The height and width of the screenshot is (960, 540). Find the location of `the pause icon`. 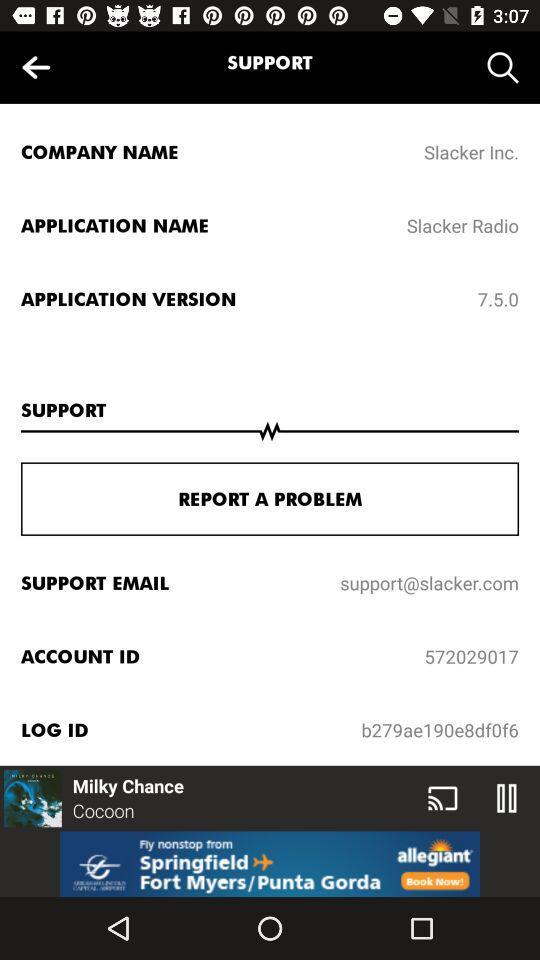

the pause icon is located at coordinates (507, 798).